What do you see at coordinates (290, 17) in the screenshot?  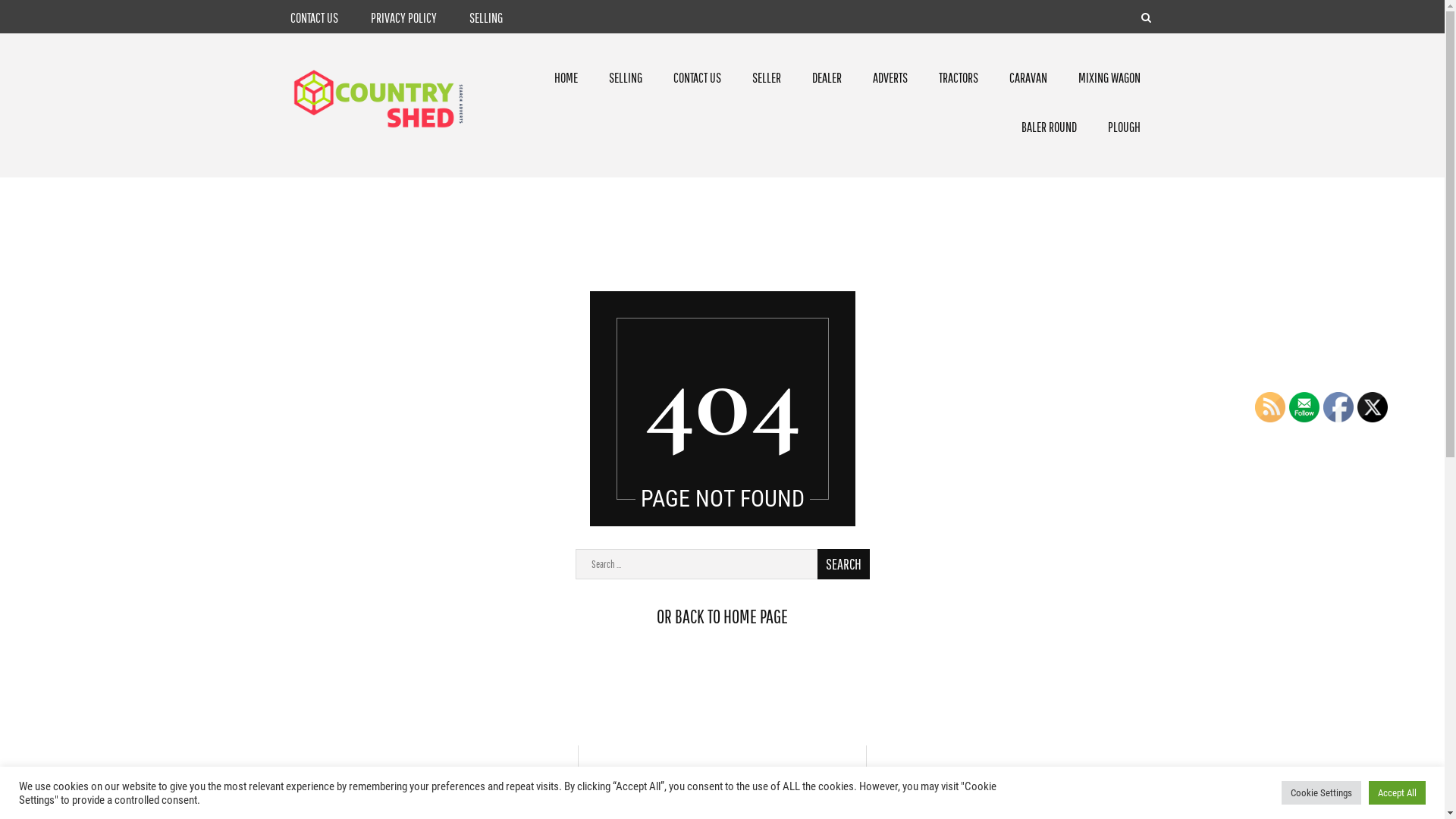 I see `'CONTACT US'` at bounding box center [290, 17].